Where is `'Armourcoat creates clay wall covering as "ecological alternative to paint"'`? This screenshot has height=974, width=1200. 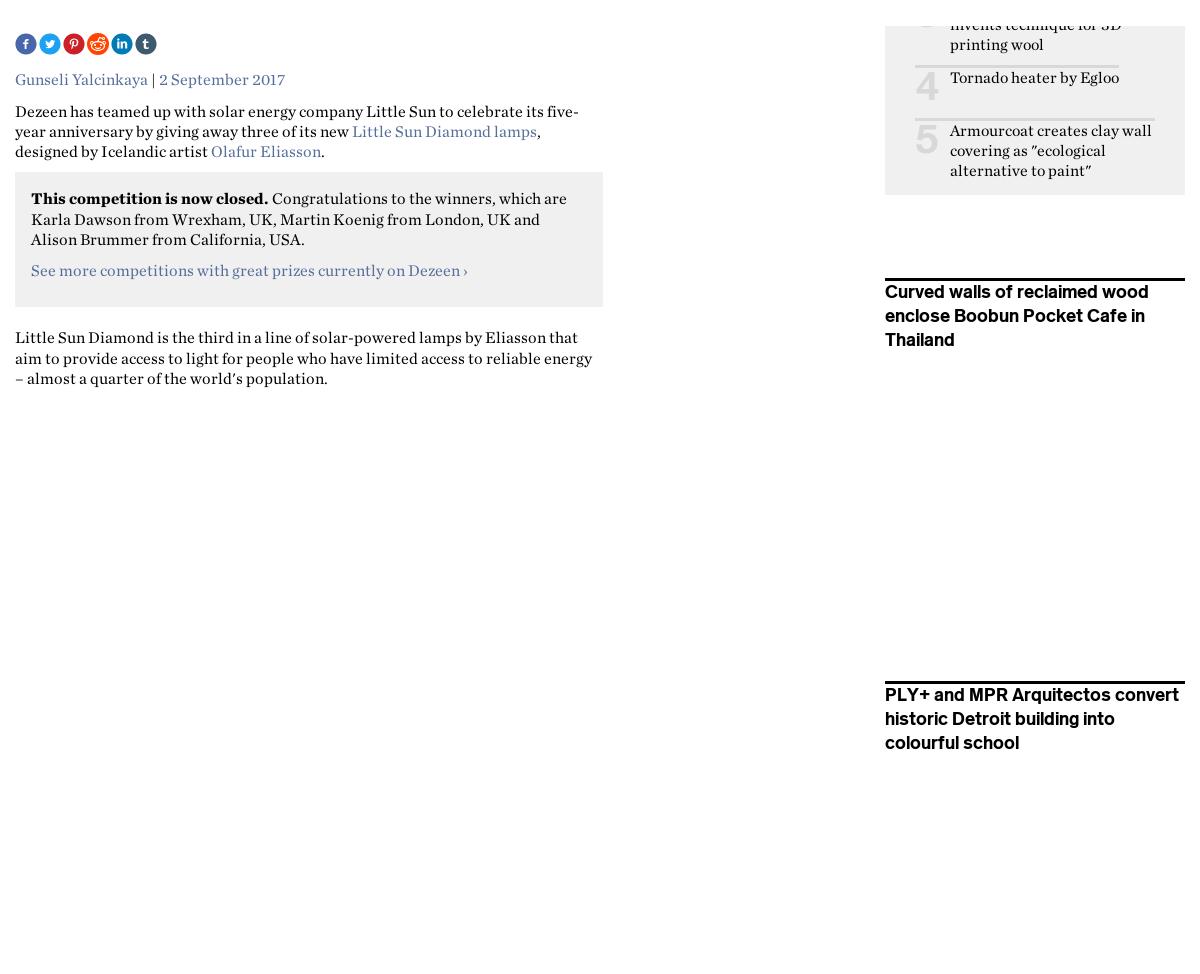 'Armourcoat creates clay wall covering as "ecological alternative to paint"' is located at coordinates (1050, 149).